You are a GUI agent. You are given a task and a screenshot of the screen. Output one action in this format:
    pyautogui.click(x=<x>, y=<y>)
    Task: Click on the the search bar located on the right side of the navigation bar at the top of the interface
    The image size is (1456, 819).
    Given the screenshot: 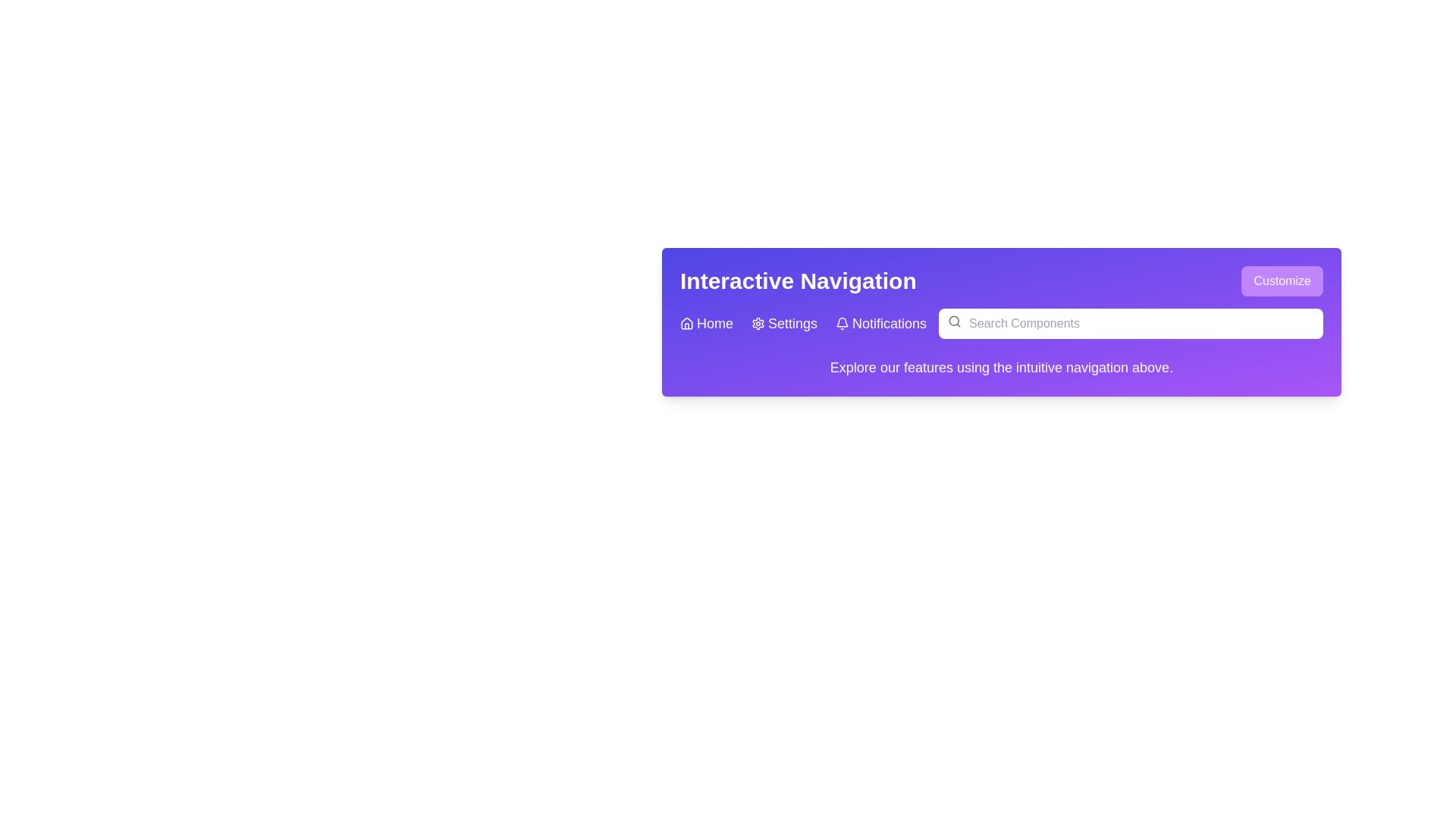 What is the action you would take?
    pyautogui.click(x=1131, y=323)
    